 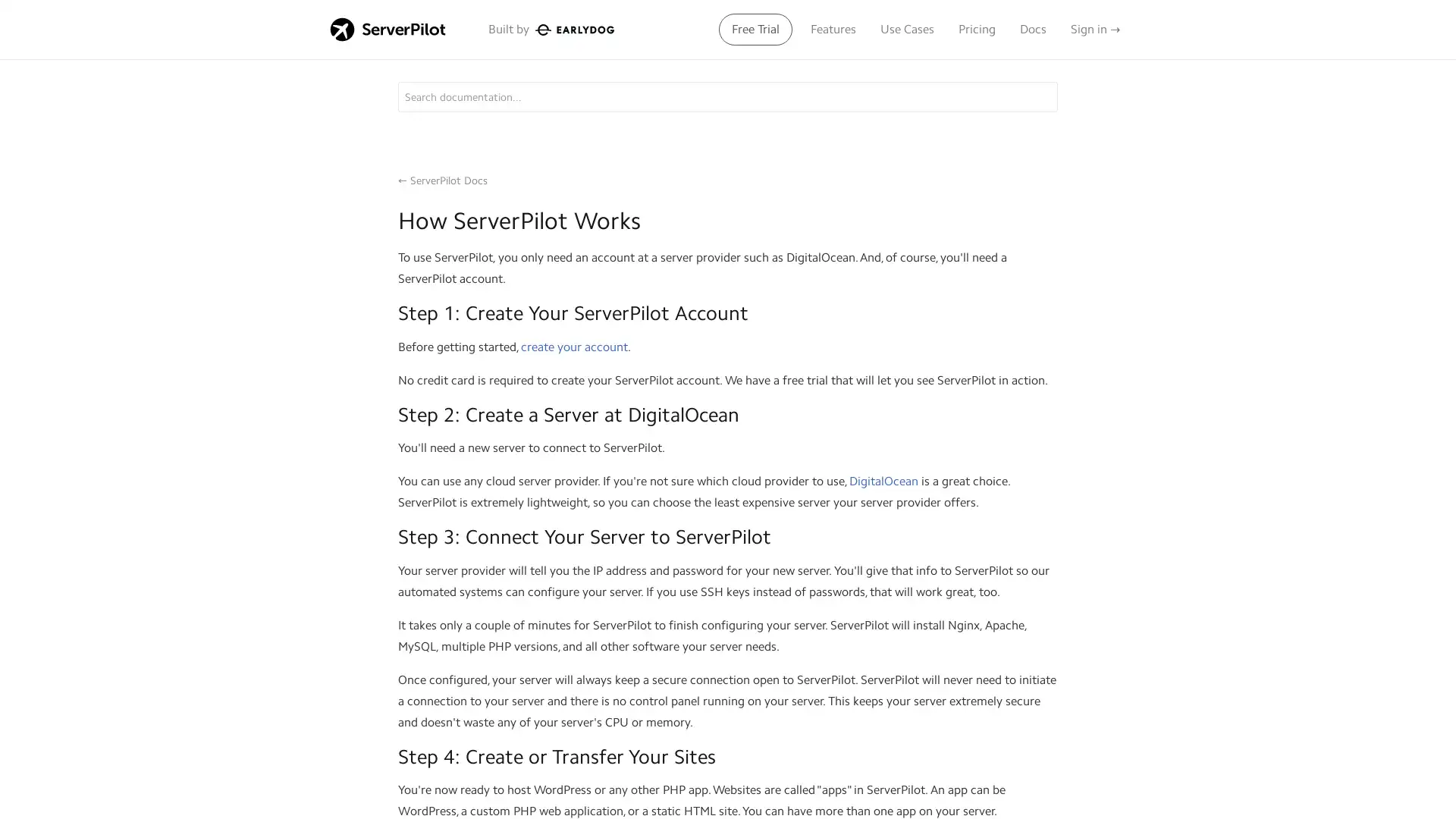 What do you see at coordinates (1095, 29) in the screenshot?
I see `Sign in` at bounding box center [1095, 29].